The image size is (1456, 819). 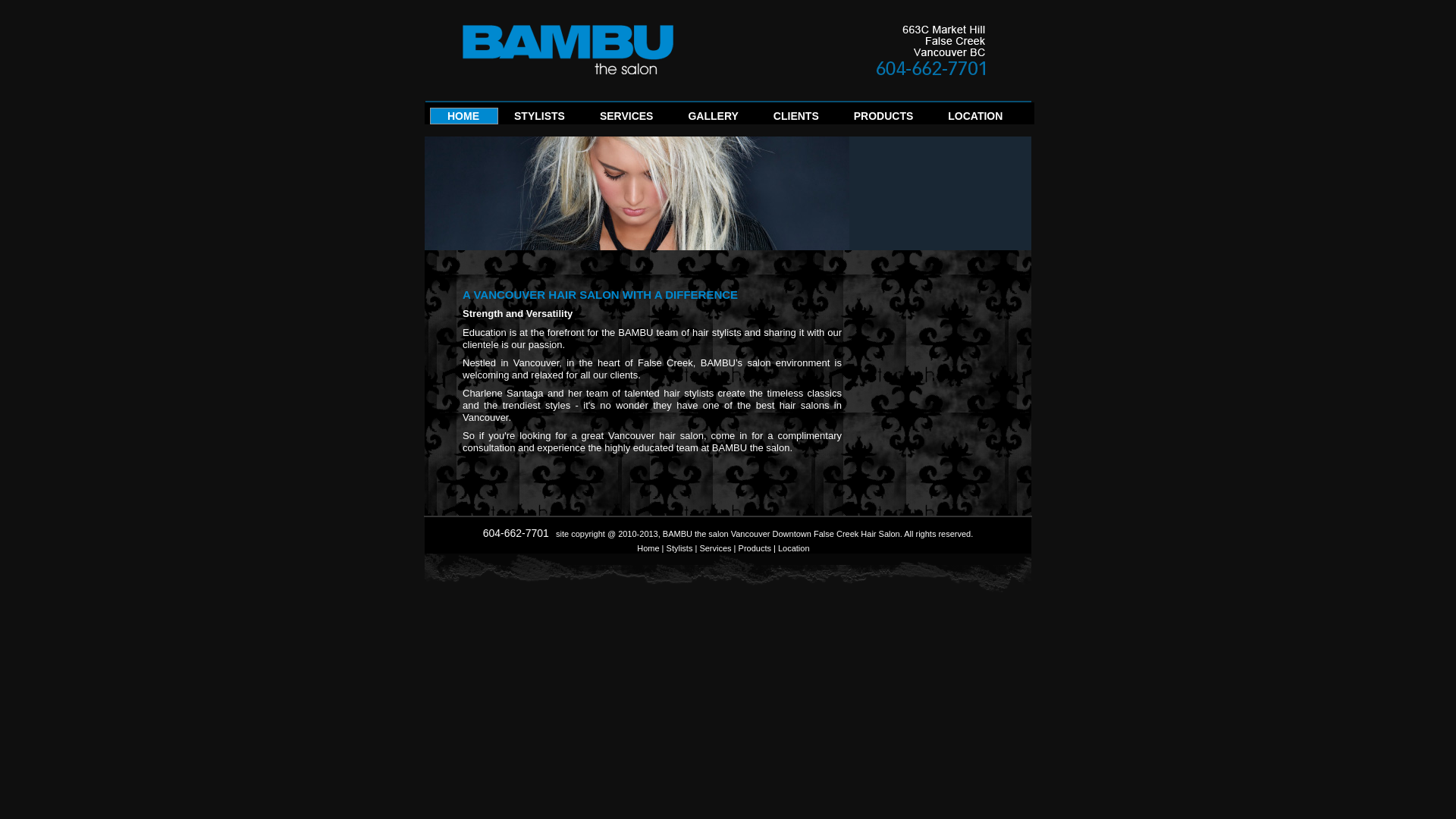 What do you see at coordinates (883, 120) in the screenshot?
I see `'PRODUCTS'` at bounding box center [883, 120].